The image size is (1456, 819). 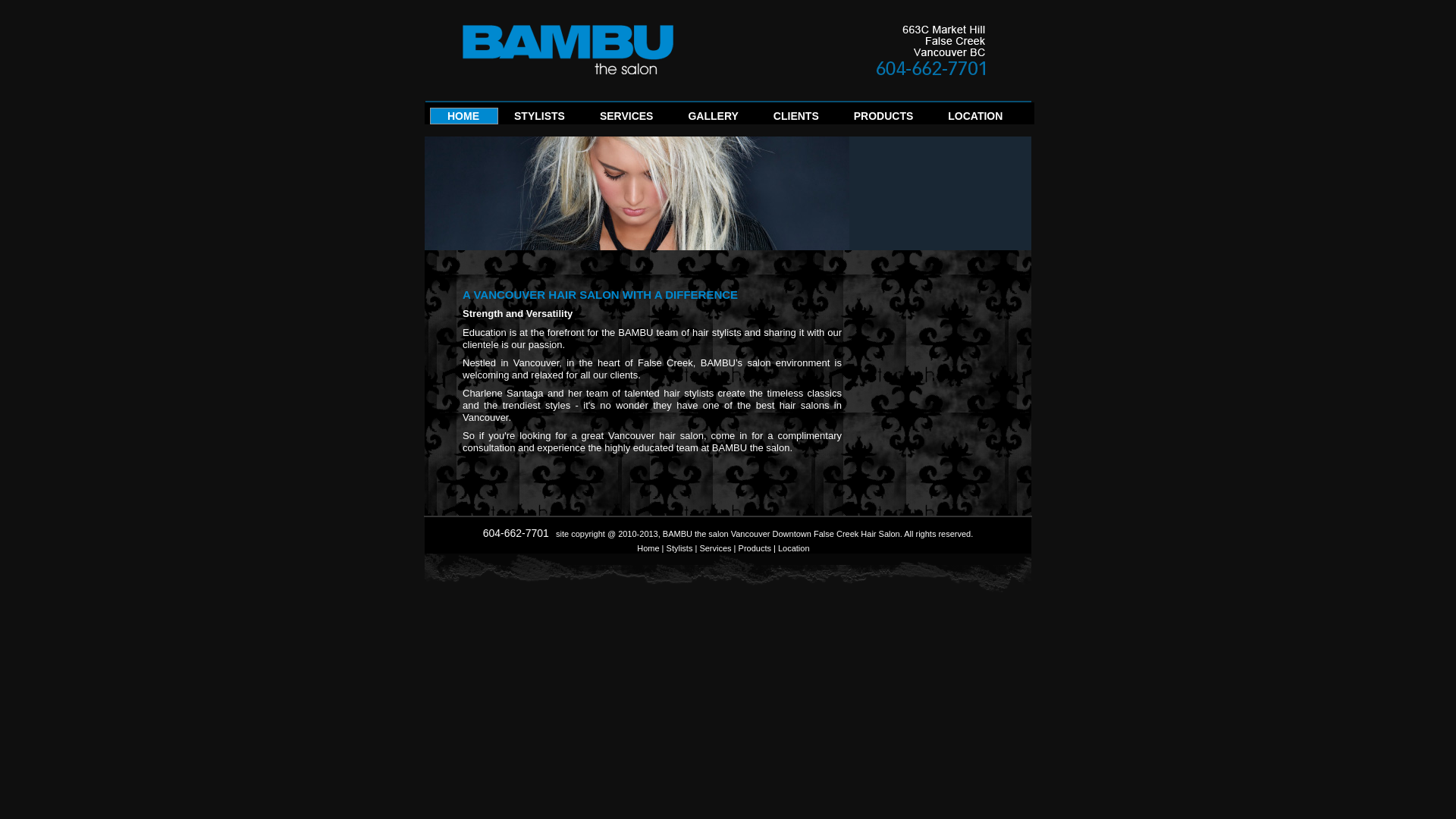 What do you see at coordinates (883, 120) in the screenshot?
I see `'PRODUCTS'` at bounding box center [883, 120].